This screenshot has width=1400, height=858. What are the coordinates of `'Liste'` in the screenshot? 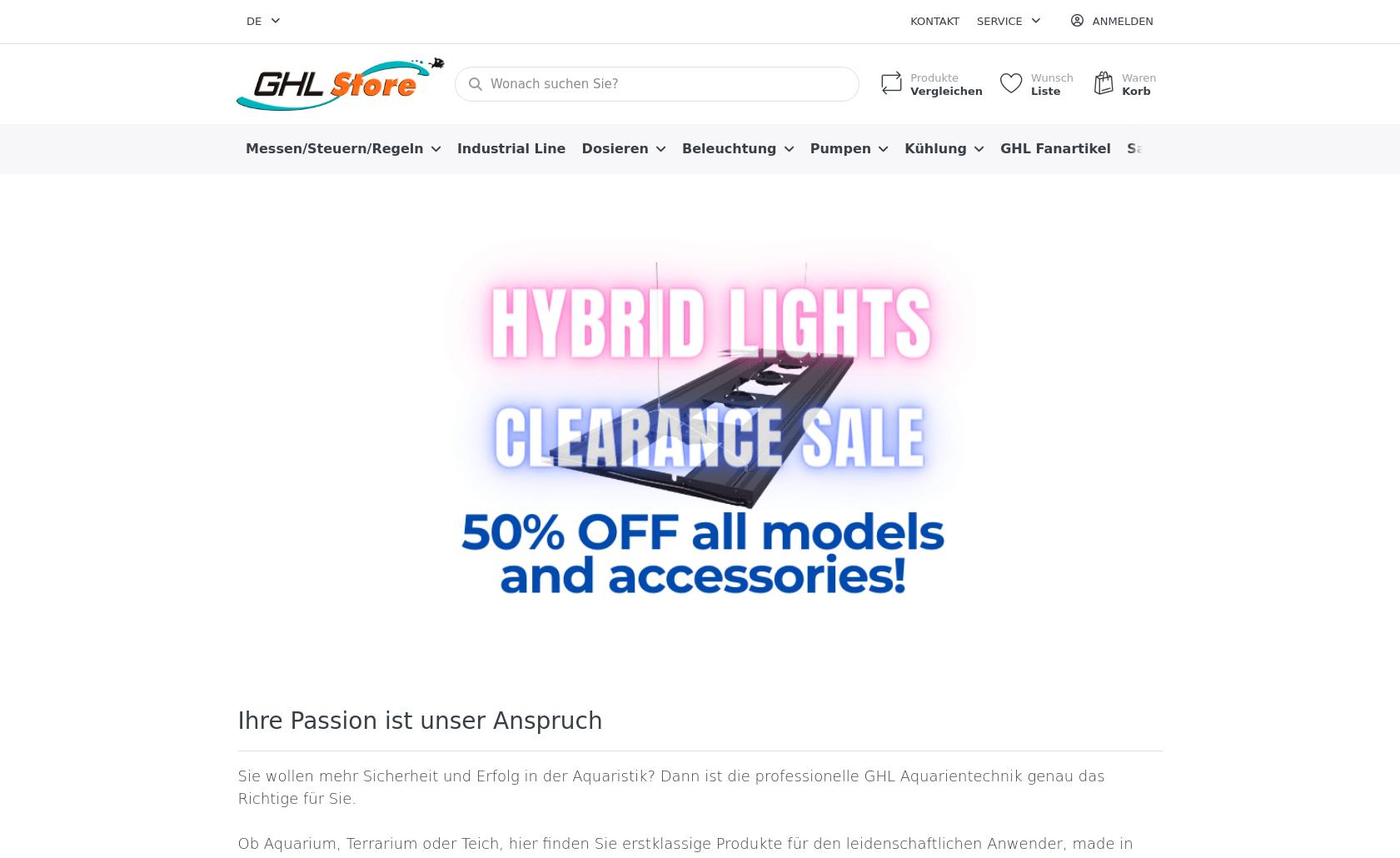 It's located at (1045, 89).